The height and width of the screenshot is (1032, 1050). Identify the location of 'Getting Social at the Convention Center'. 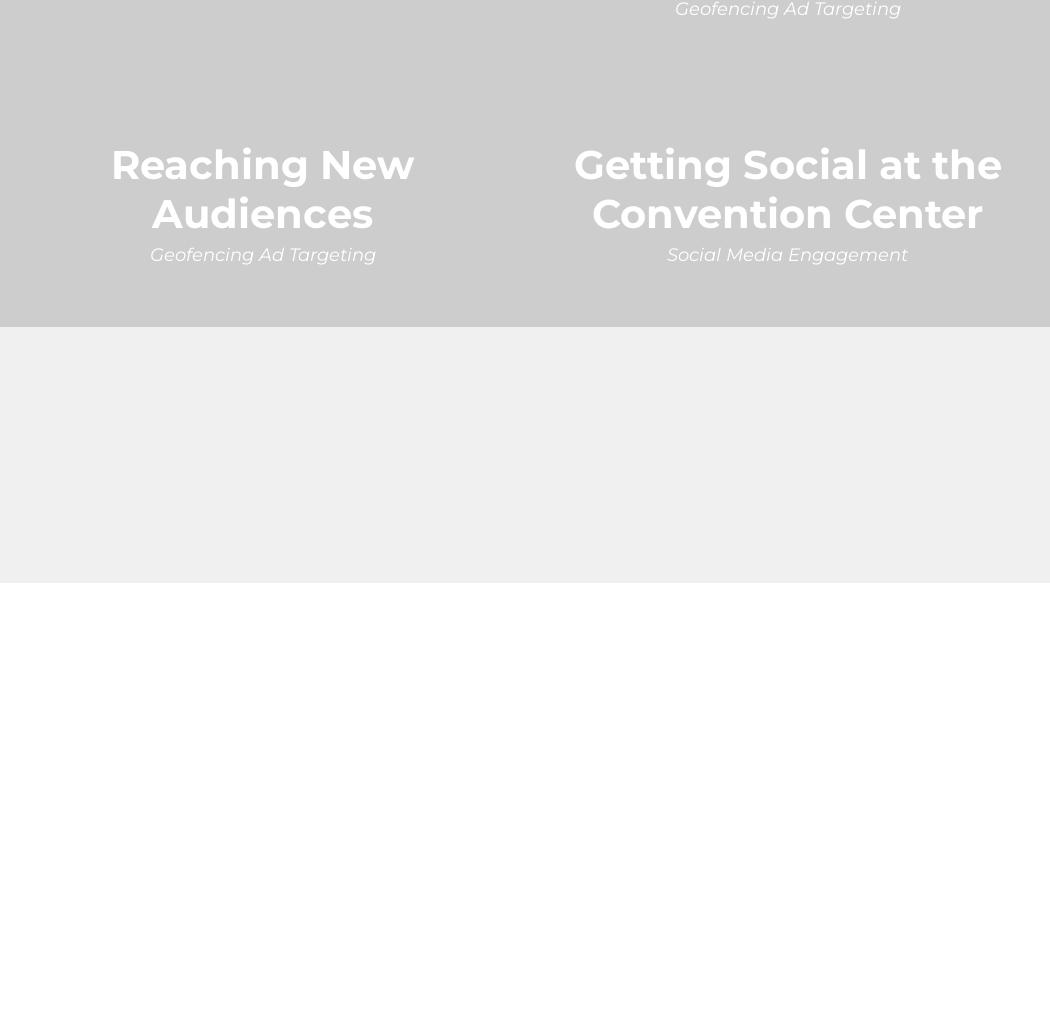
(786, 187).